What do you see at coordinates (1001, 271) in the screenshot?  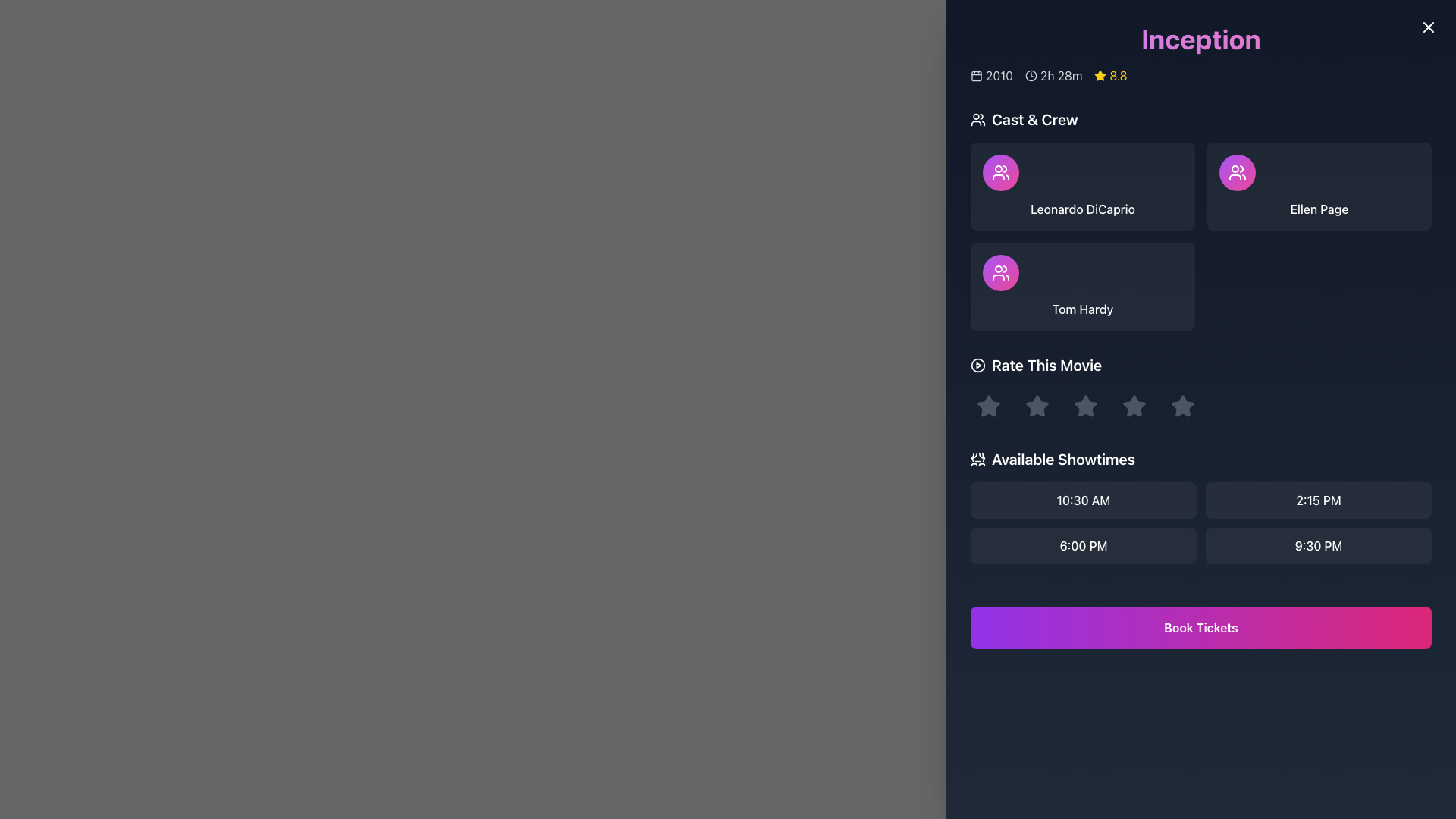 I see `the user profile icon in the 'Cast & Crew' section, which is positioned in the top-right corner of the rounded square card labeled 'Ellen Page'` at bounding box center [1001, 271].